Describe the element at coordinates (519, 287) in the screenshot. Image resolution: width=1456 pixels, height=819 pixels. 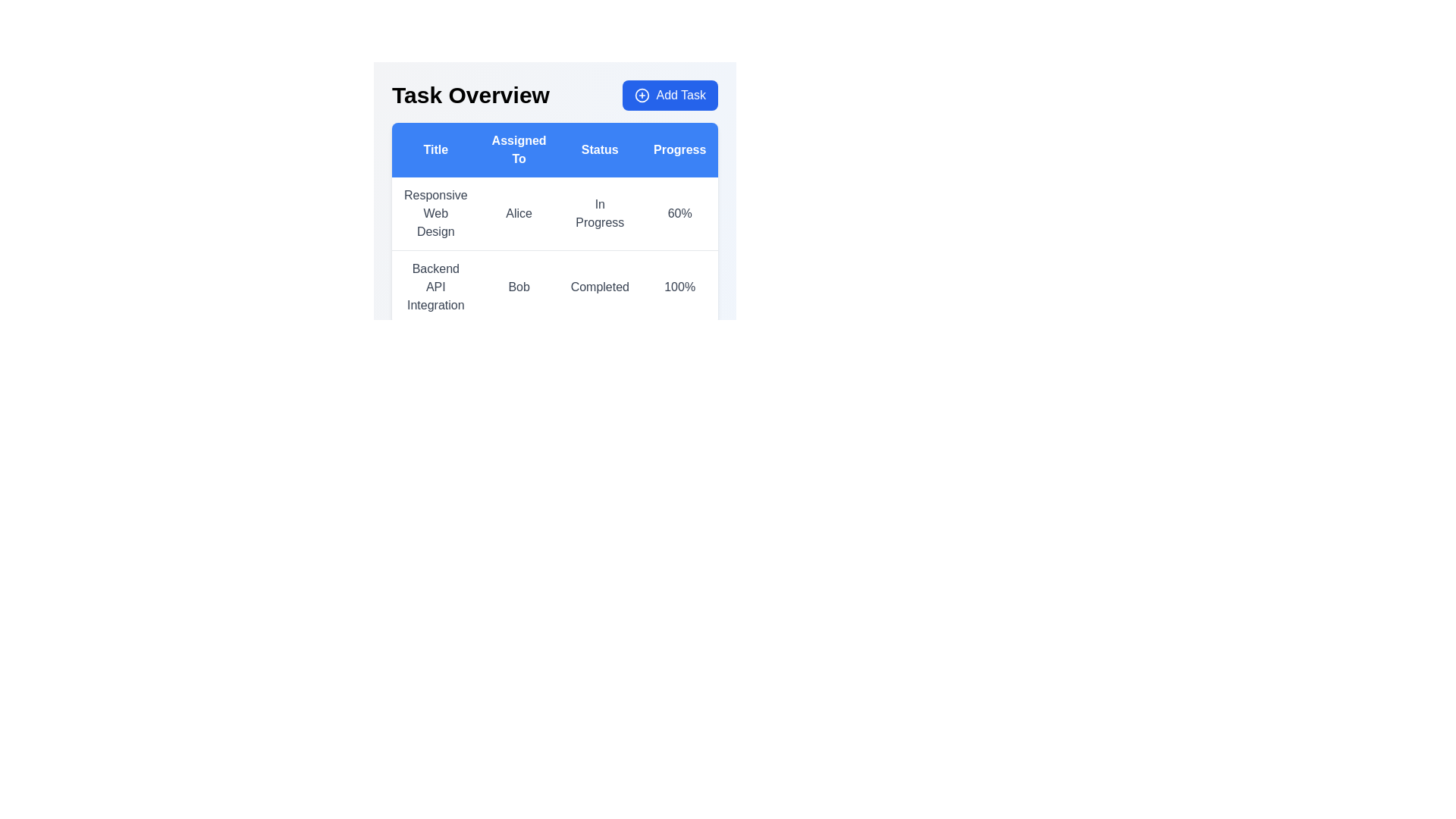
I see `text 'Bob' located in the second item of the 'Assigned To' column within the table associated with the 'Backend API Integration' row` at that location.